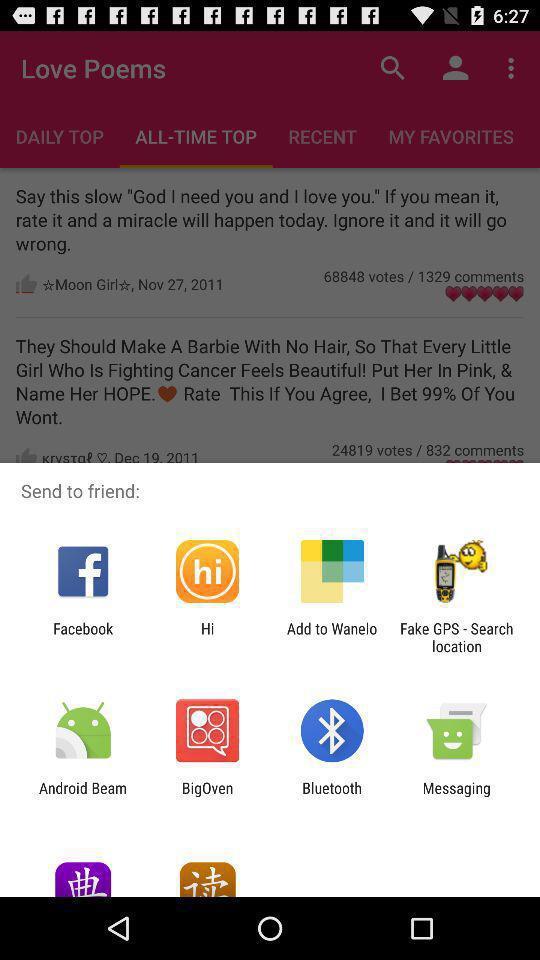 This screenshot has height=960, width=540. What do you see at coordinates (82, 796) in the screenshot?
I see `item next to bigoven app` at bounding box center [82, 796].